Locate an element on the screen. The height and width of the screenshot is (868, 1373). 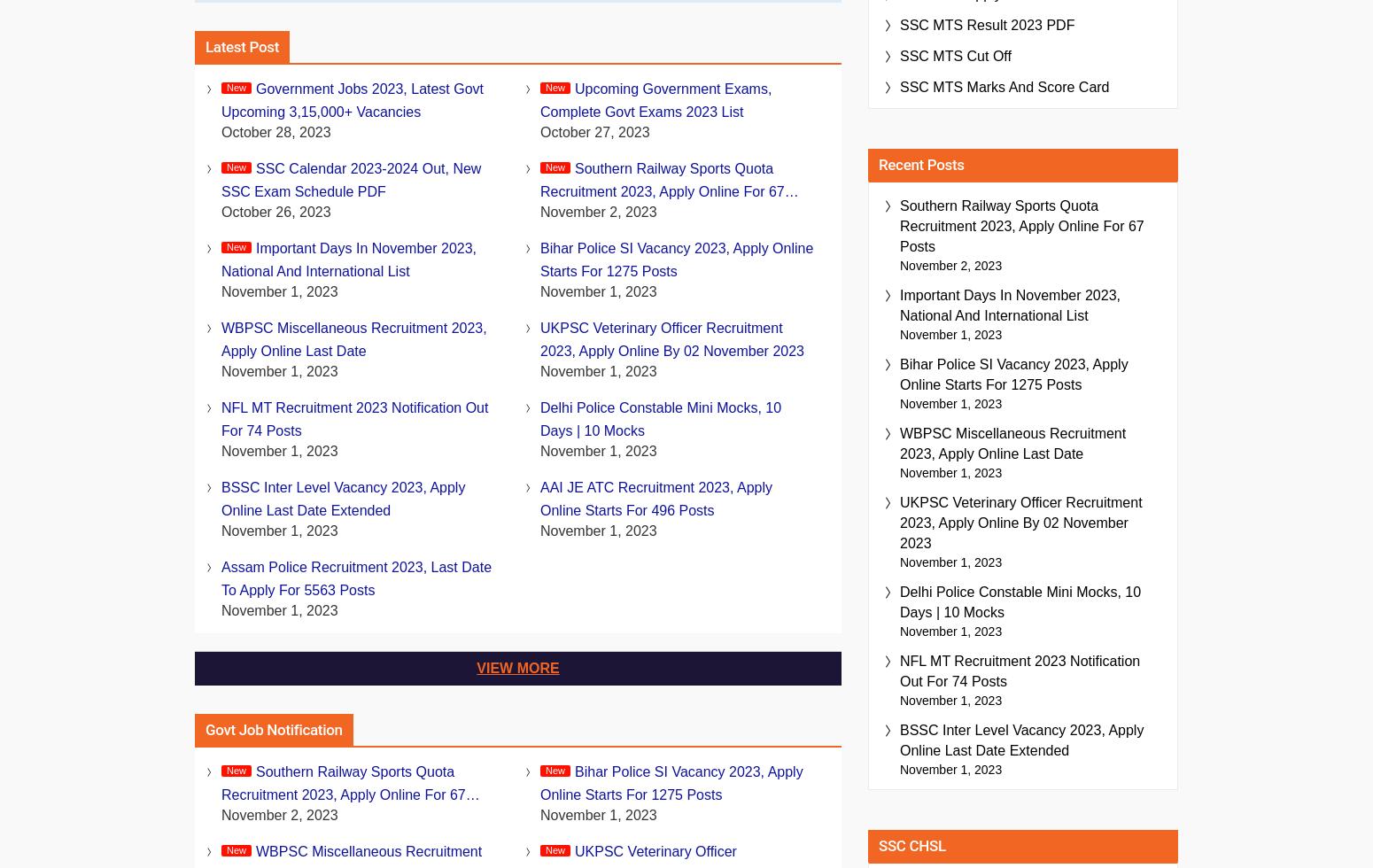
'View More' is located at coordinates (517, 668).